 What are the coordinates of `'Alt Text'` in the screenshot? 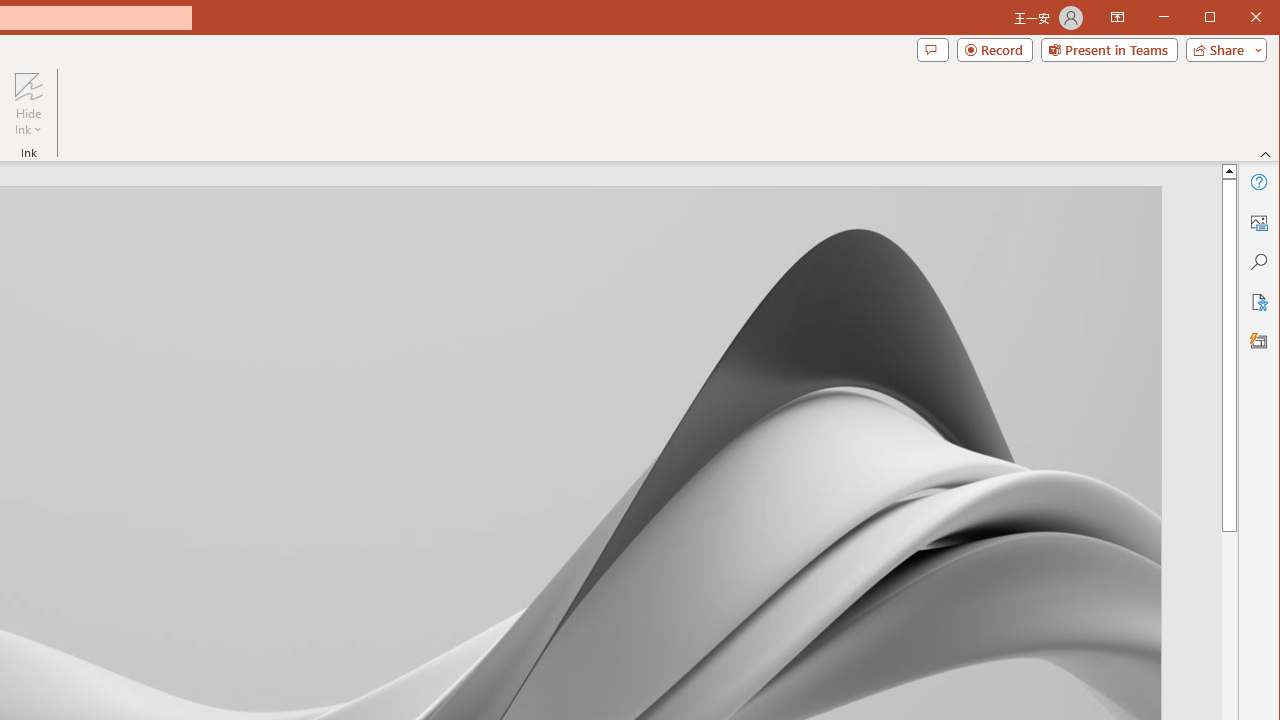 It's located at (1257, 222).